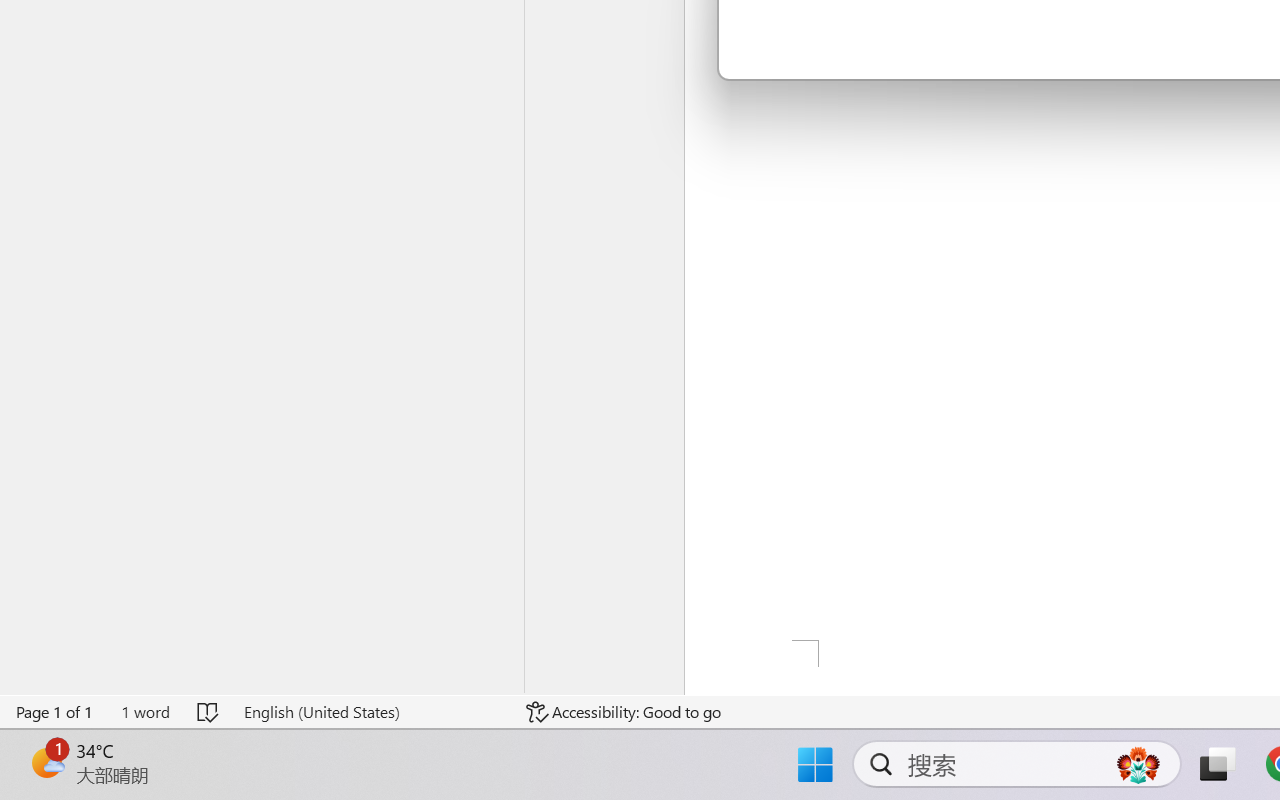  What do you see at coordinates (623, 711) in the screenshot?
I see `'Accessibility Checker Accessibility: Good to go'` at bounding box center [623, 711].